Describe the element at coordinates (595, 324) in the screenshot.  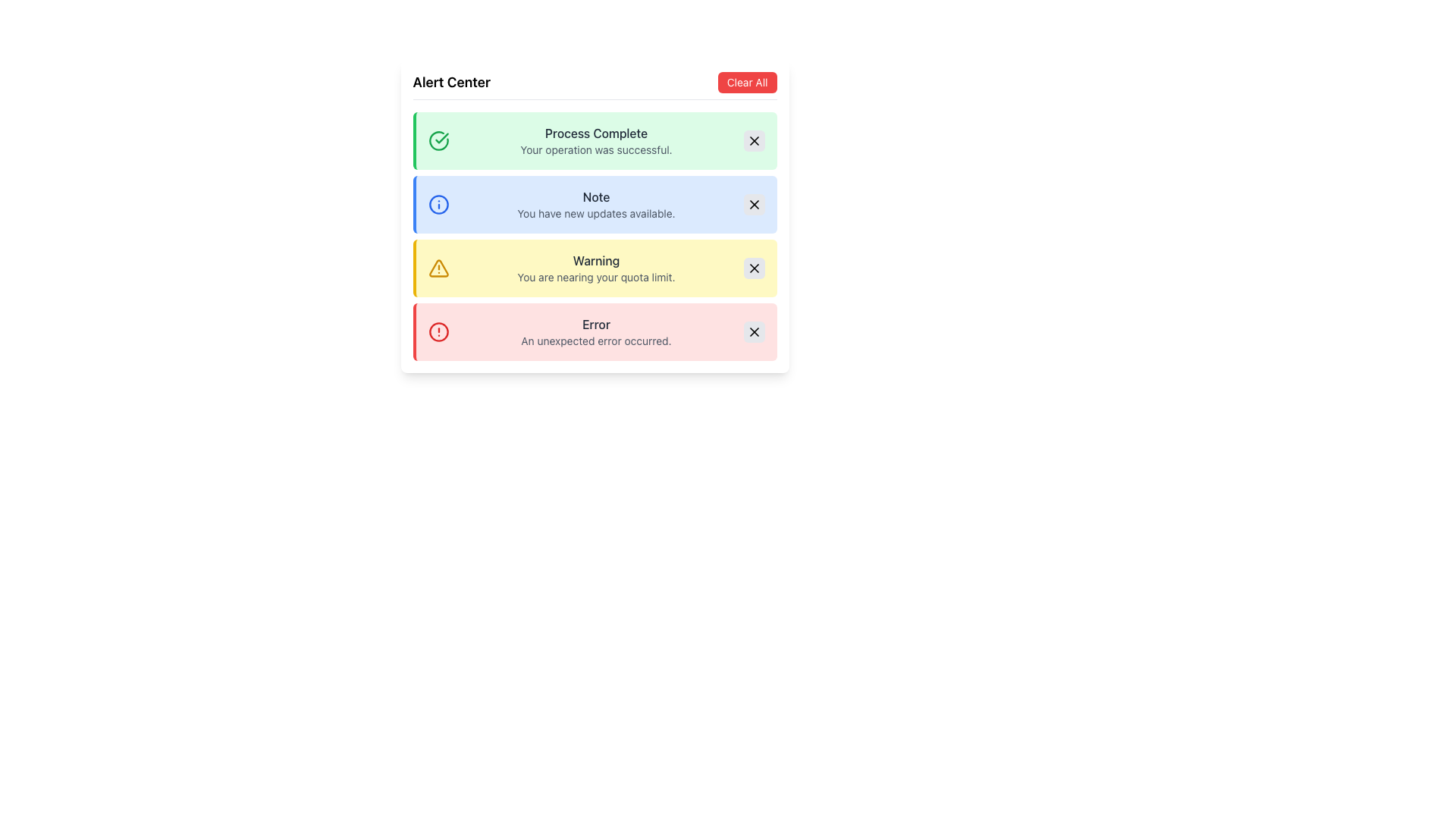
I see `the 'Error' text label which is styled in bold, medium-sized dark gray font within a highlighted red rectangle, indicating an alert or warning` at that location.